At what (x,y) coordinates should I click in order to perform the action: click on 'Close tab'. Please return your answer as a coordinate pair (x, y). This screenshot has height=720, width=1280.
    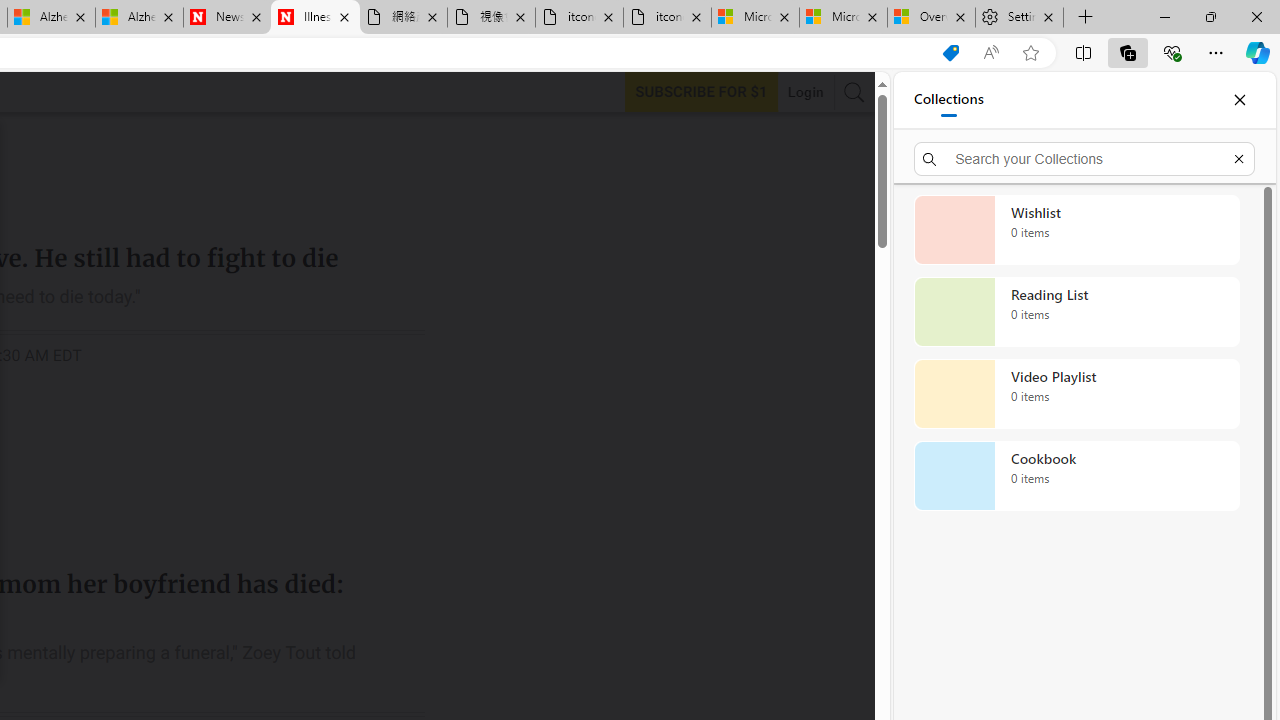
    Looking at the image, I should click on (1047, 17).